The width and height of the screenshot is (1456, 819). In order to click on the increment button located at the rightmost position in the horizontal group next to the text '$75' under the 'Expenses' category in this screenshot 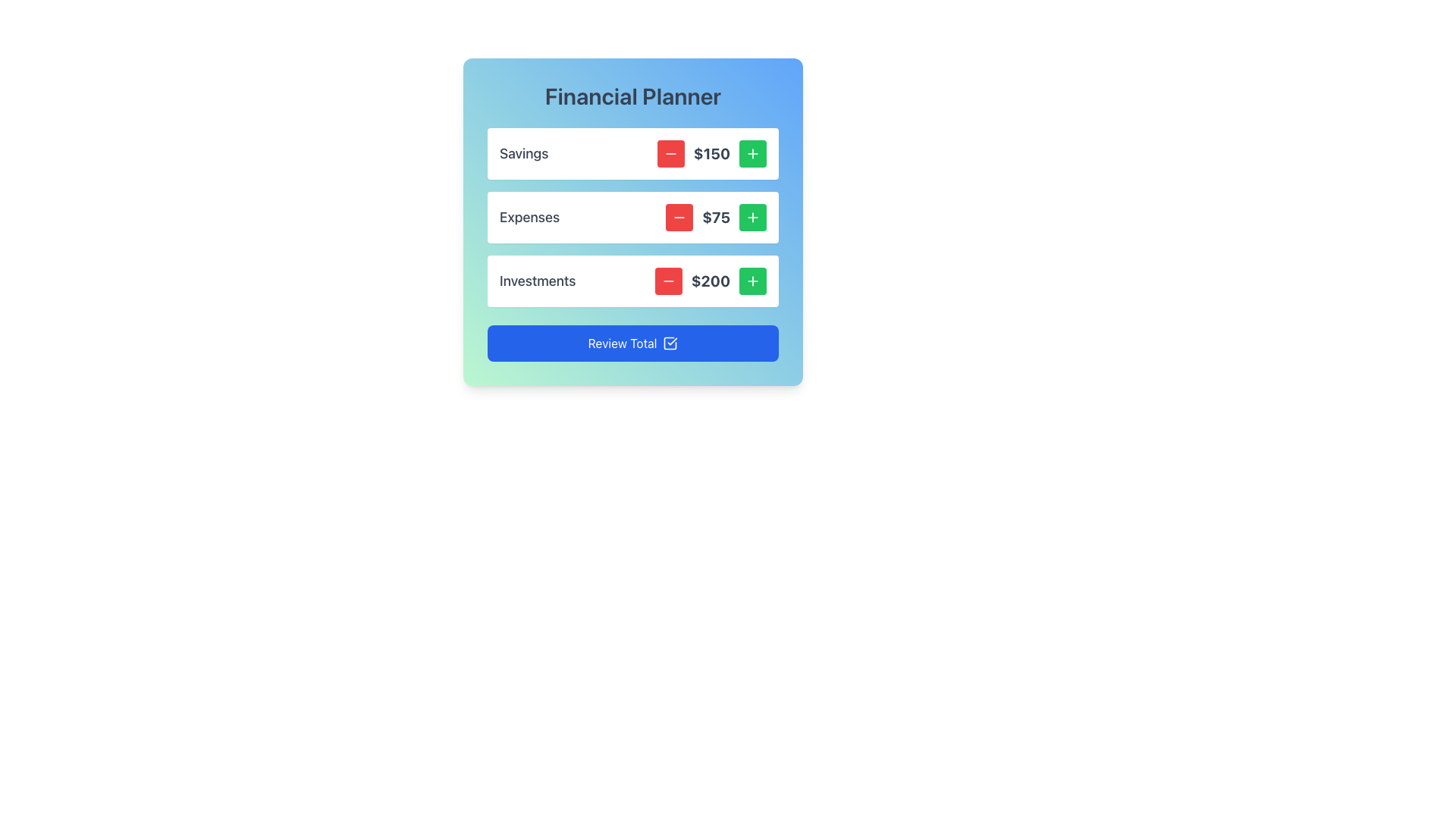, I will do `click(753, 217)`.